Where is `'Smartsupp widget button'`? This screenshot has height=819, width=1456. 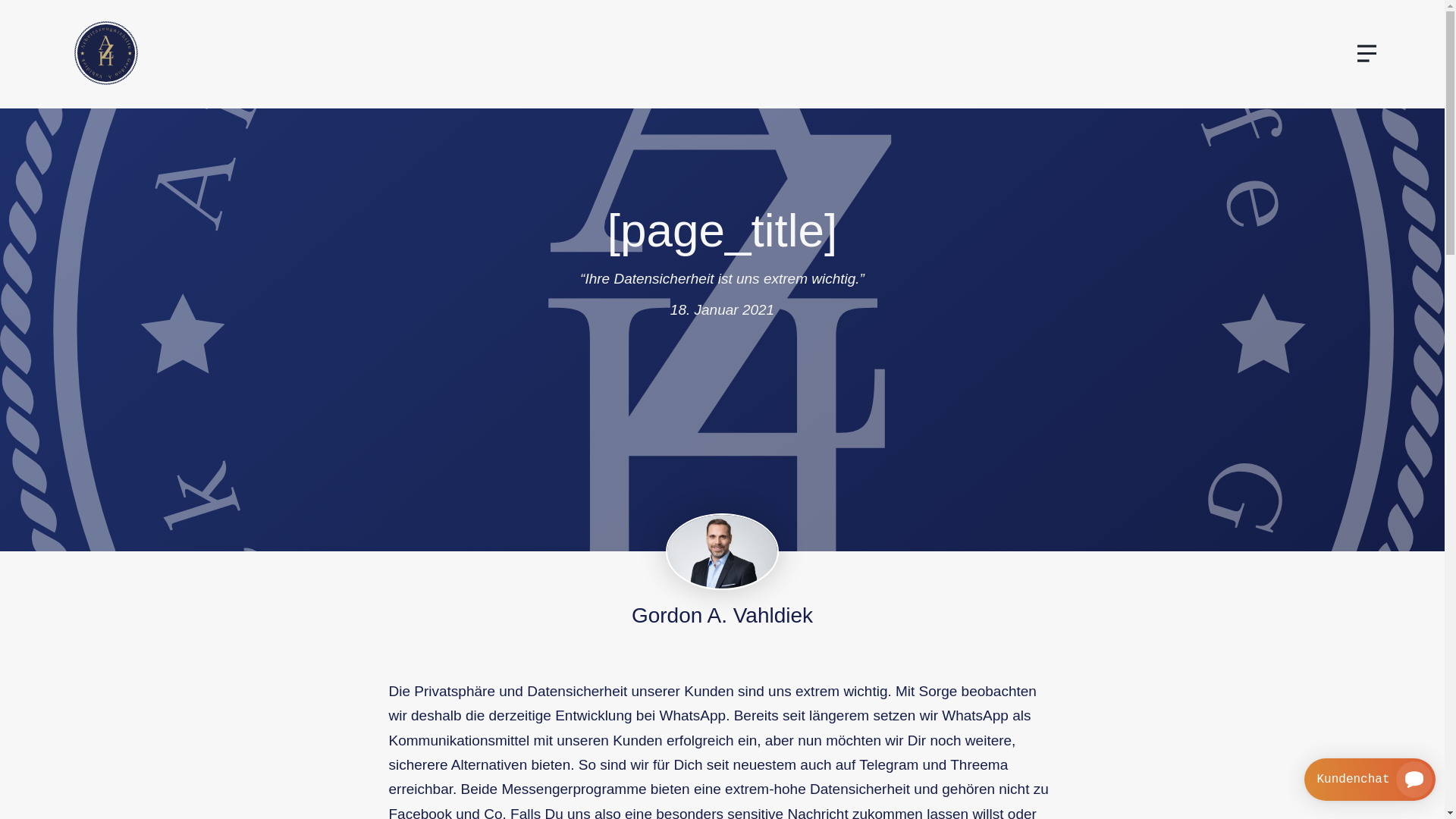
'Smartsupp widget button' is located at coordinates (1303, 780).